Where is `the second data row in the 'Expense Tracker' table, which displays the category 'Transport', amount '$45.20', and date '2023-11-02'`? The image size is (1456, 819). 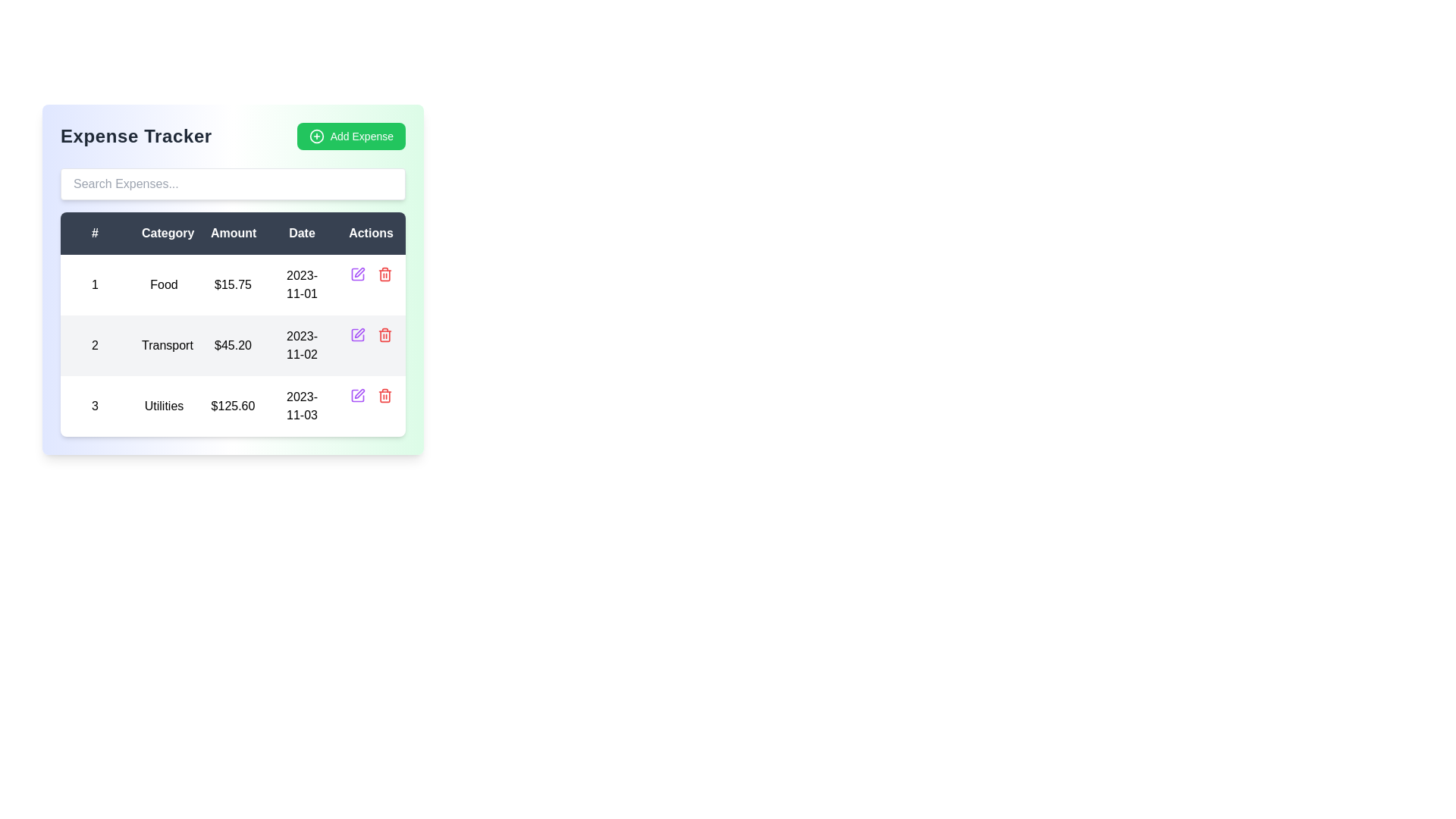 the second data row in the 'Expense Tracker' table, which displays the category 'Transport', amount '$45.20', and date '2023-11-02' is located at coordinates (232, 345).